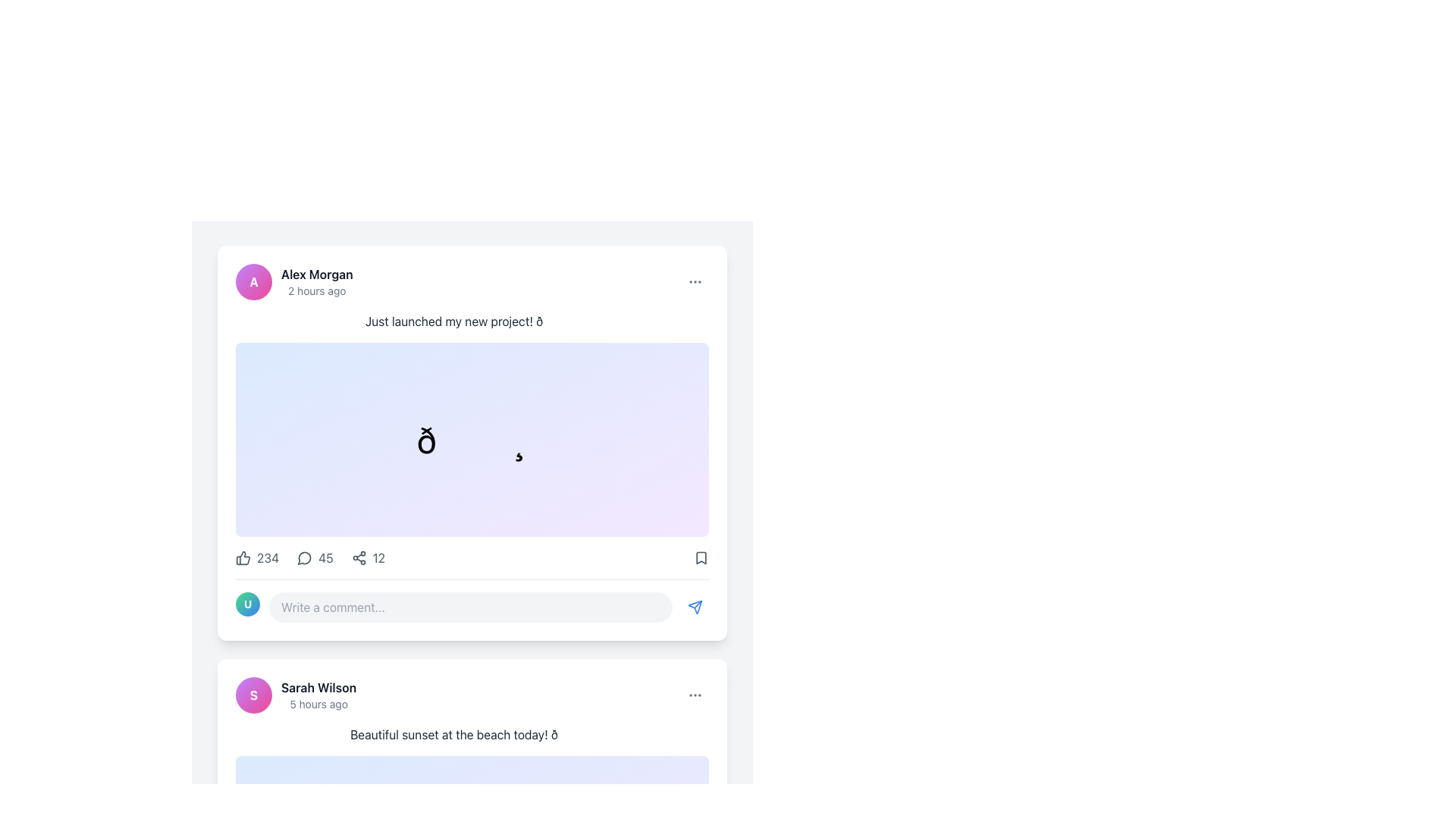 This screenshot has width=1456, height=819. Describe the element at coordinates (694, 607) in the screenshot. I see `the blue send icon styled as a paper plane located at the bottom-right corner of the post box to send the message` at that location.